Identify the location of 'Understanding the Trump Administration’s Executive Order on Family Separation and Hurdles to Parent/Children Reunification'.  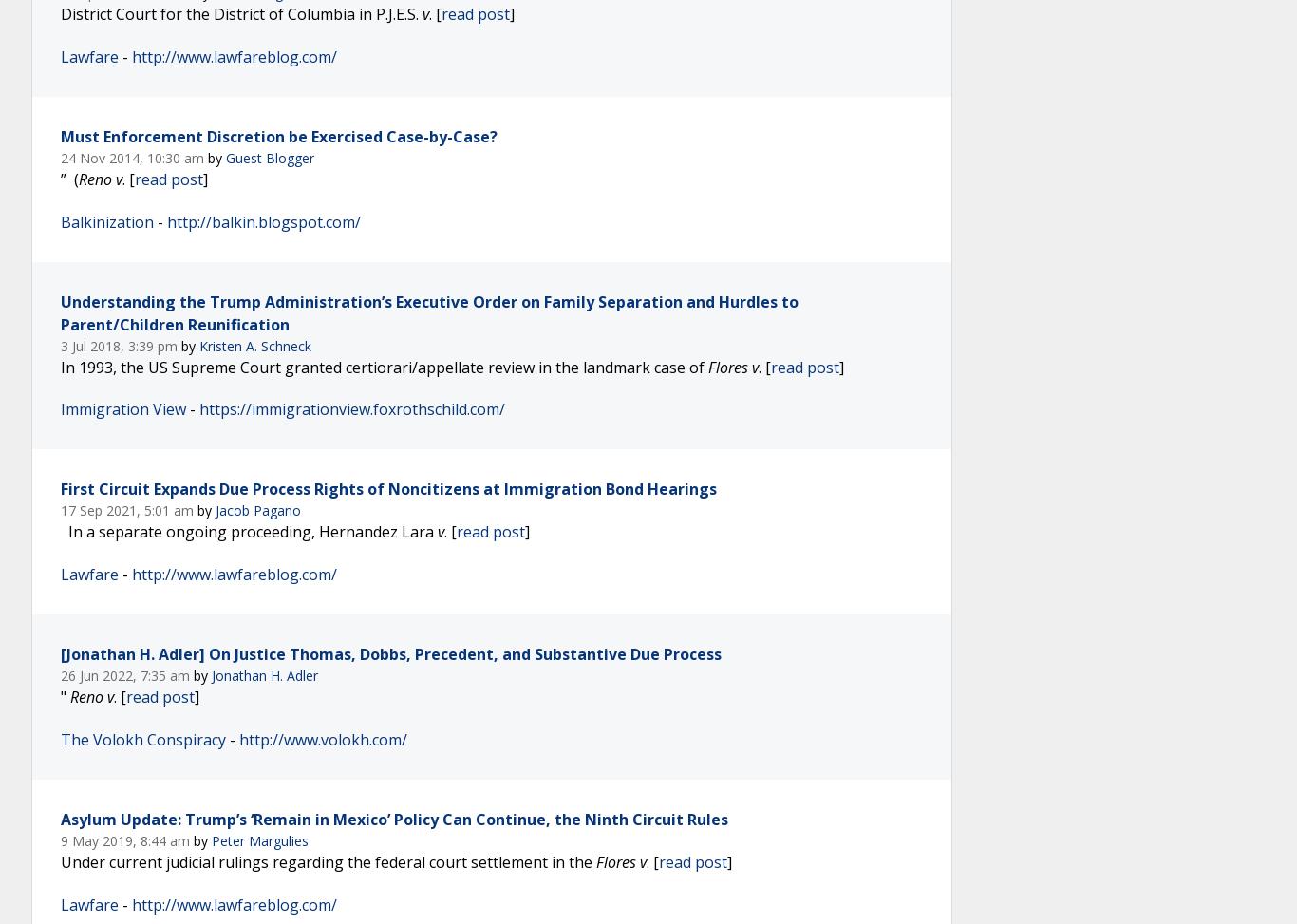
(428, 311).